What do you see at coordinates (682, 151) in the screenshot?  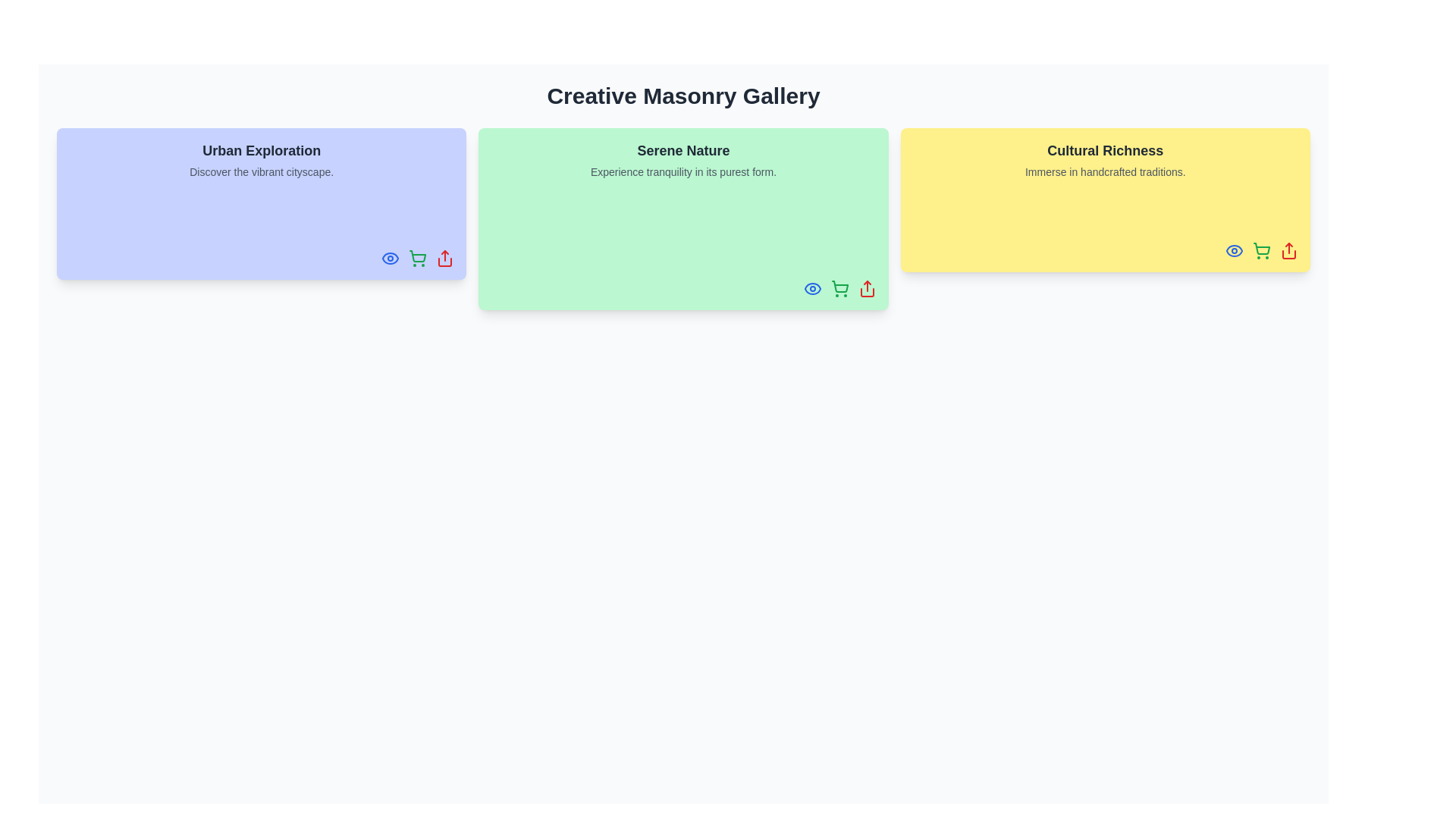 I see `the label or header text at the top-center of the green card, which describes the card's theme and is positioned above the sibling text 'Experience tranquility in its purest form.'` at bounding box center [682, 151].